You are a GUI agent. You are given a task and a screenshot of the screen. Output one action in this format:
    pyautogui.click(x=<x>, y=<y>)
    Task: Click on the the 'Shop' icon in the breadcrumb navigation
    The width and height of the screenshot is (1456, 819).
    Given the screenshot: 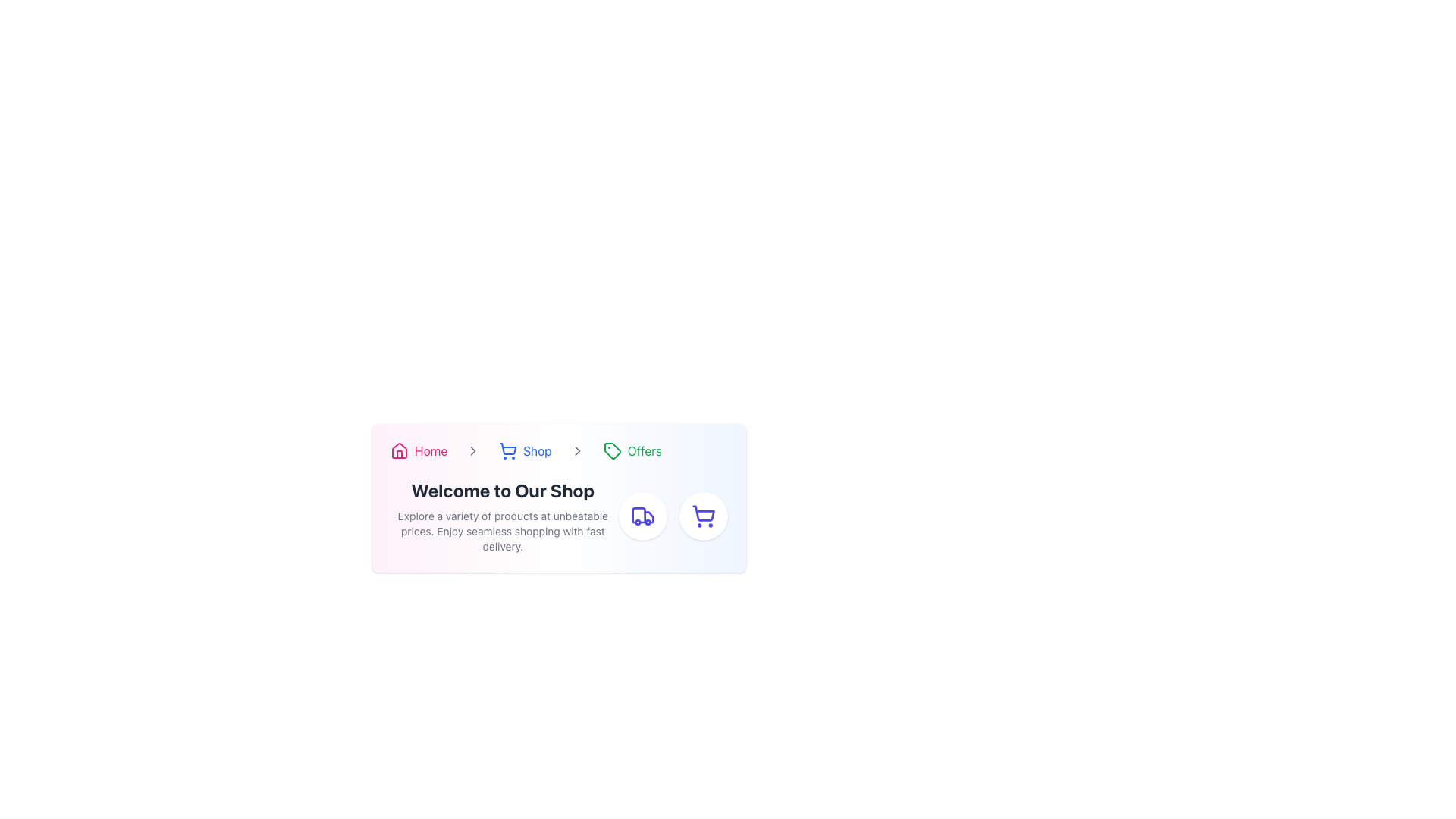 What is the action you would take?
    pyautogui.click(x=508, y=450)
    